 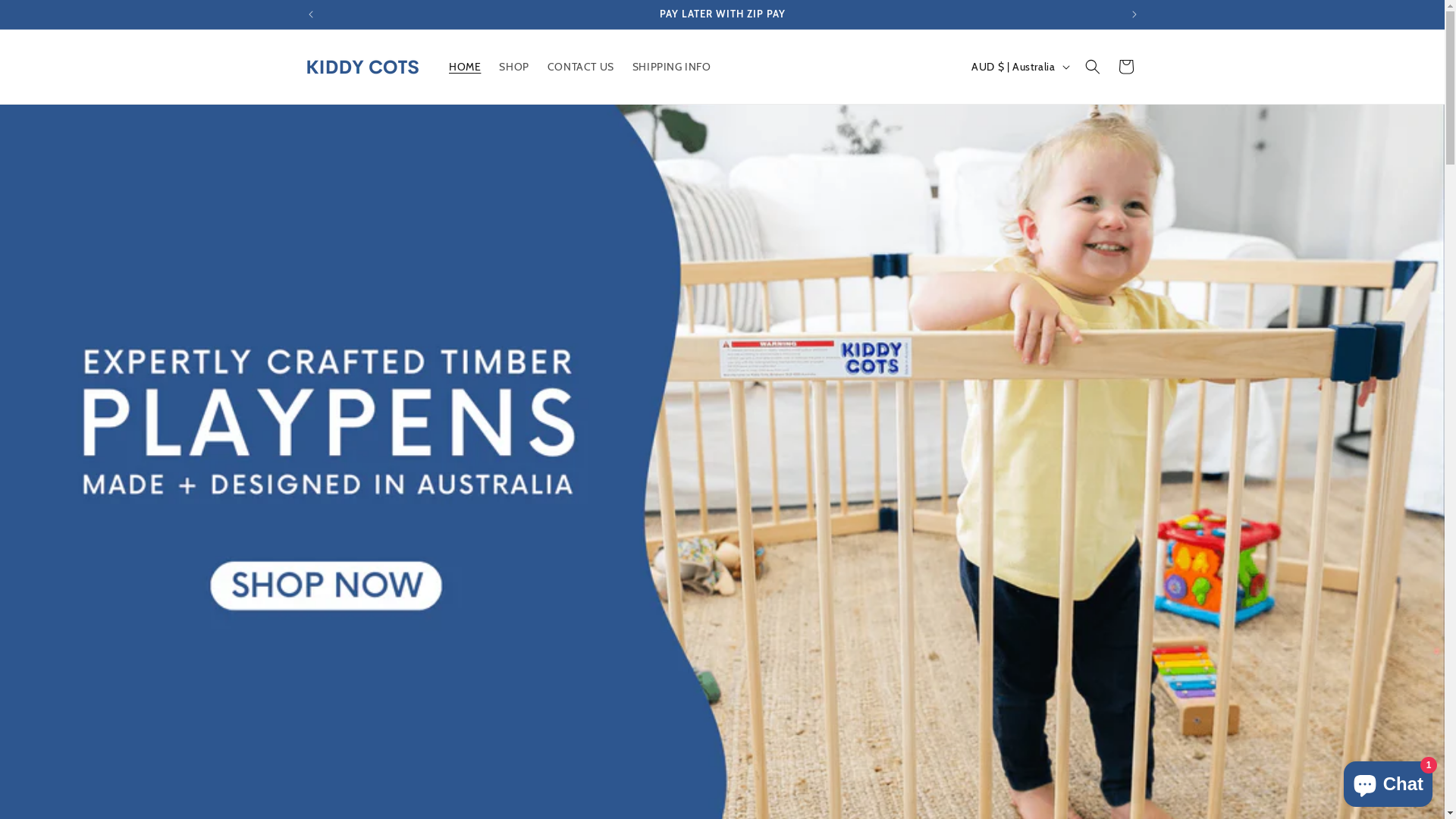 What do you see at coordinates (538, 66) in the screenshot?
I see `'CONTACT US'` at bounding box center [538, 66].